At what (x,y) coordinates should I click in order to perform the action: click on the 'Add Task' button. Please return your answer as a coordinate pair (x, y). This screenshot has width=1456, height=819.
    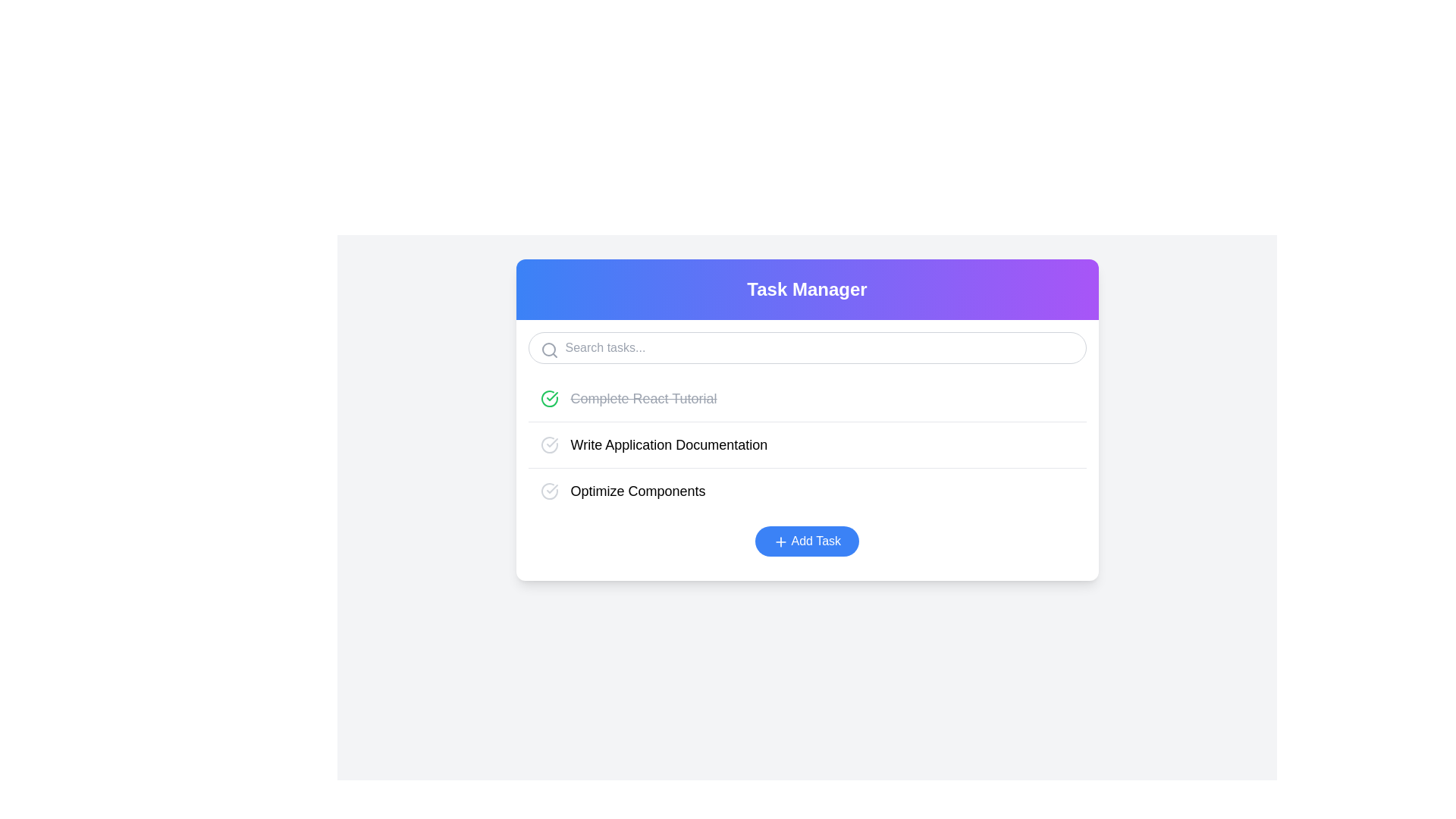
    Looking at the image, I should click on (806, 540).